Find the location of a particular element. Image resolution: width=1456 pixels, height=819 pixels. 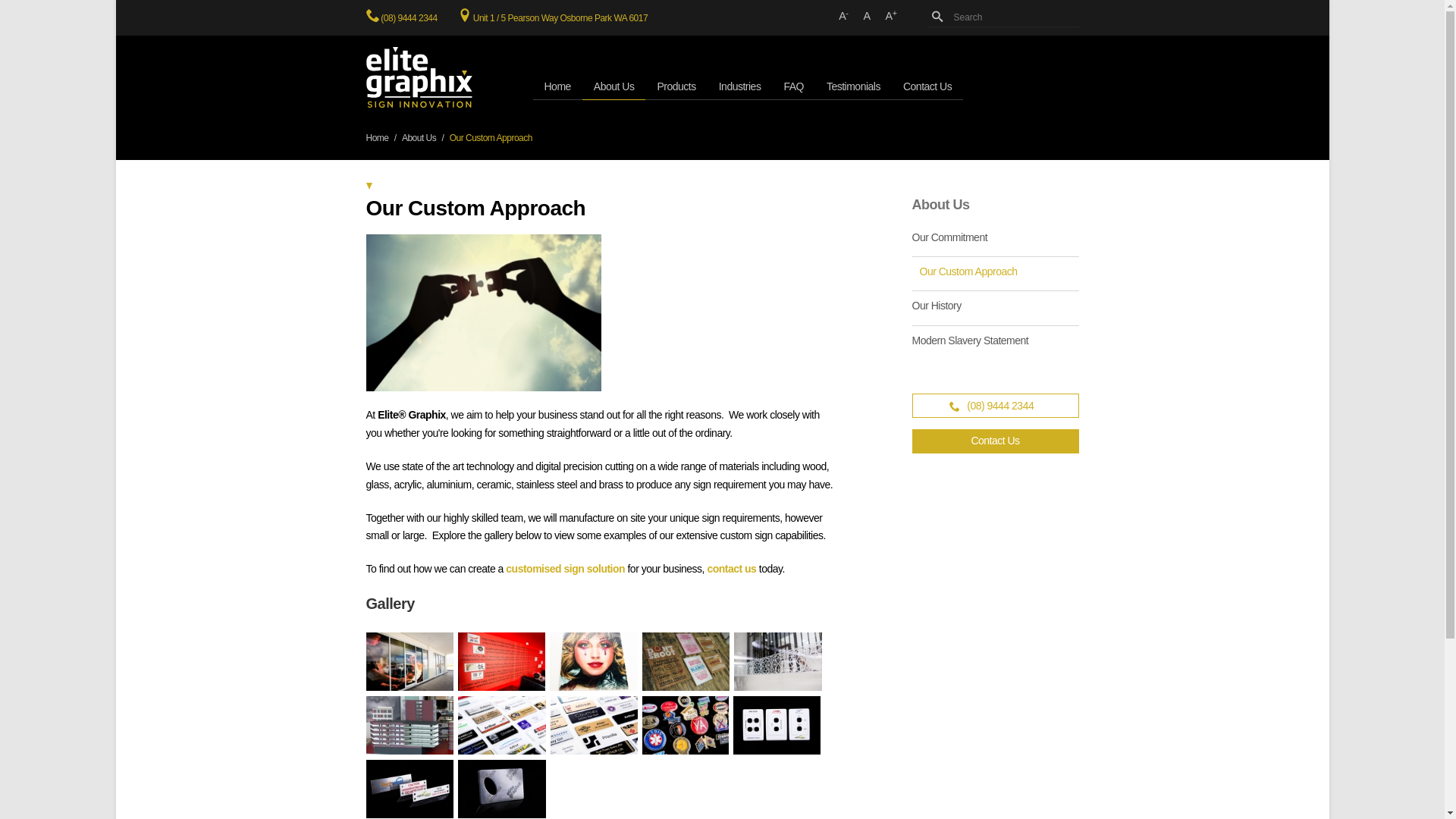

'Home' is located at coordinates (377, 138).